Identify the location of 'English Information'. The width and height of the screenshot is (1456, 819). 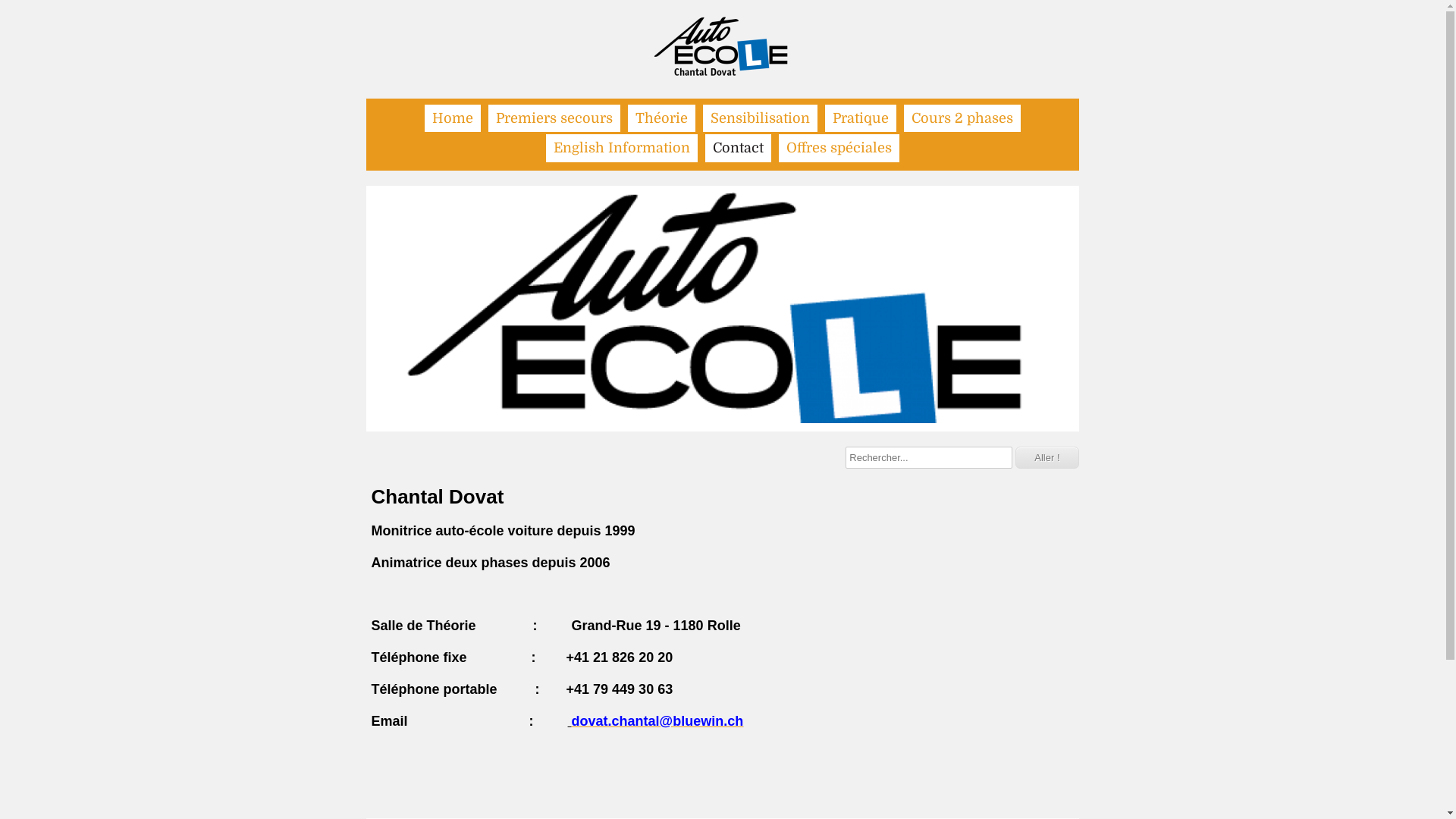
(622, 148).